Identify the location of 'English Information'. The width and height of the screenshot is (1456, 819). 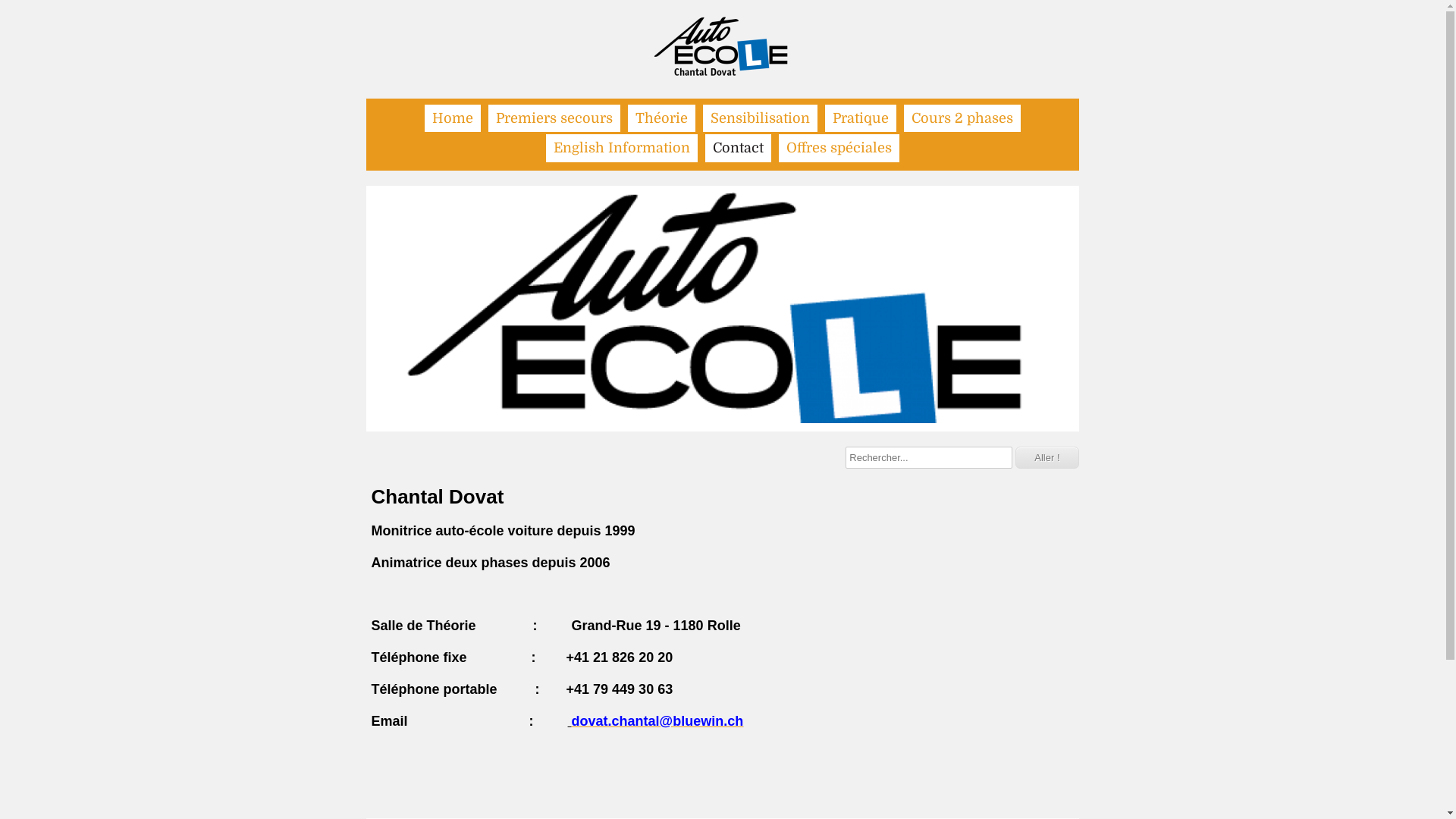
(622, 148).